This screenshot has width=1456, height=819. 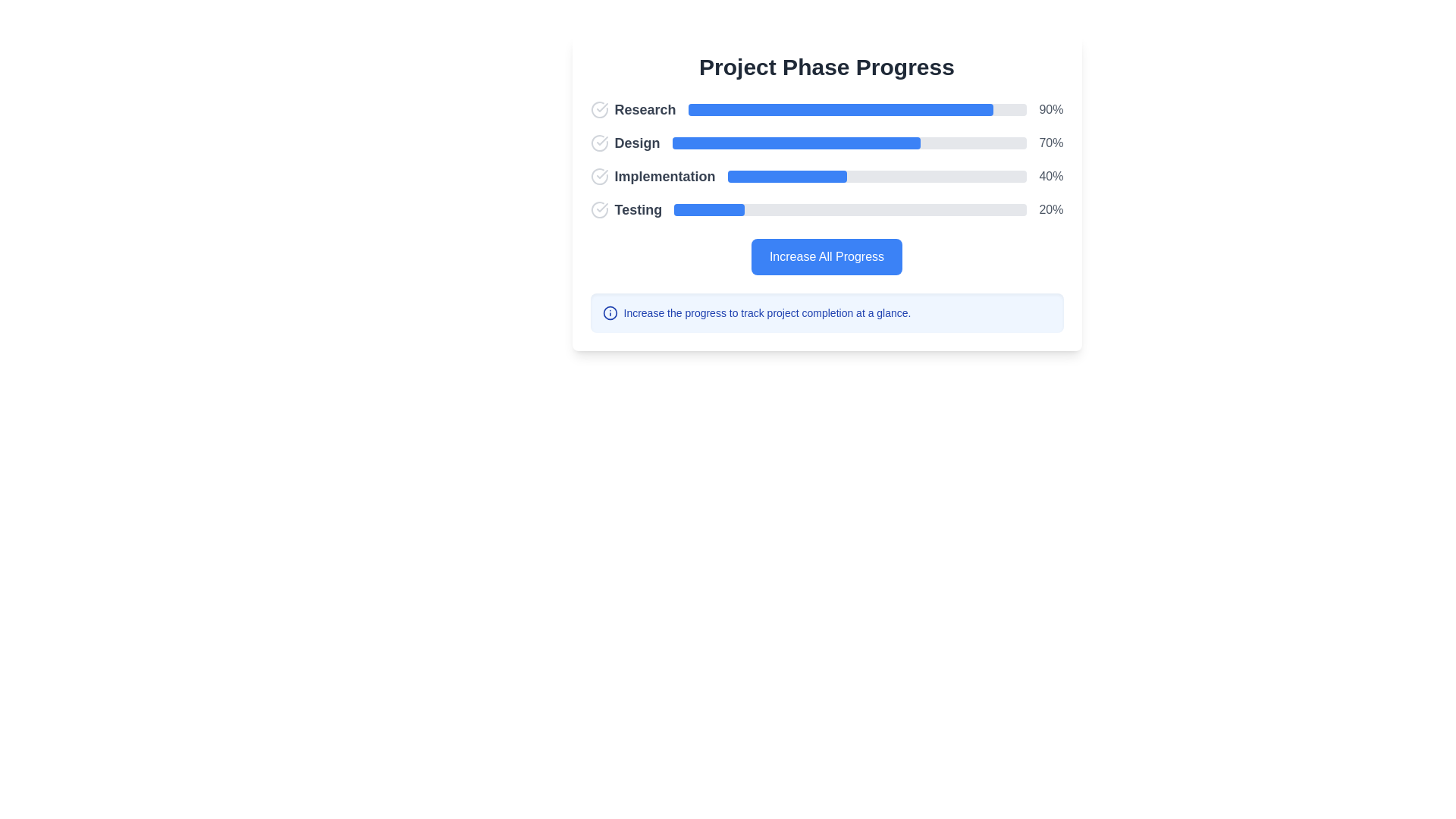 I want to click on the status of the Checkmark Icon, which is a circular icon with a checkmark in its center, located to the left of the bold text 'Research', so click(x=598, y=109).